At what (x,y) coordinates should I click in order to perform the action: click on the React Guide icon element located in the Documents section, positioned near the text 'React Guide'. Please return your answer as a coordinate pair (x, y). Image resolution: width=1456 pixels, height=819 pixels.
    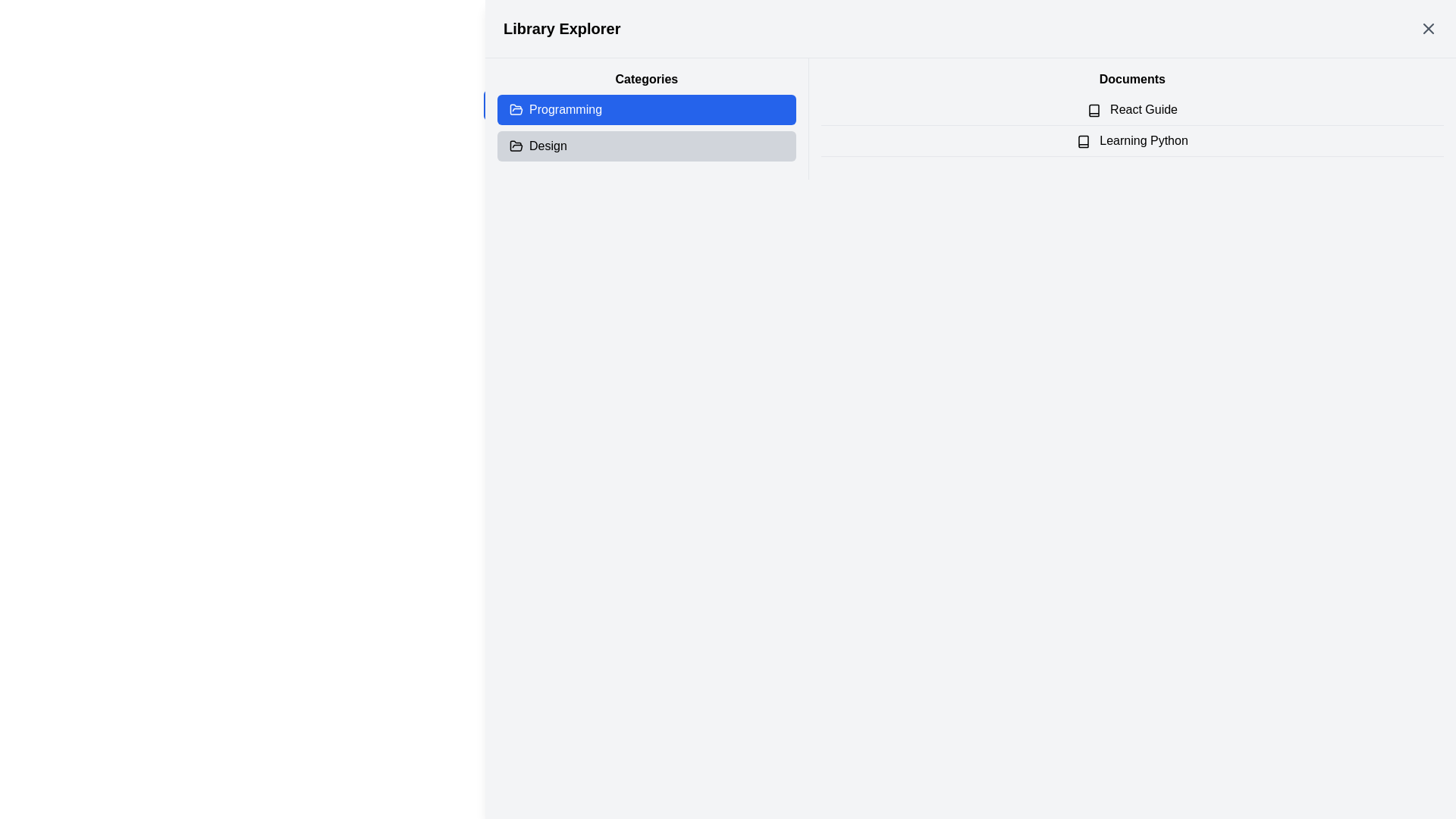
    Looking at the image, I should click on (1094, 109).